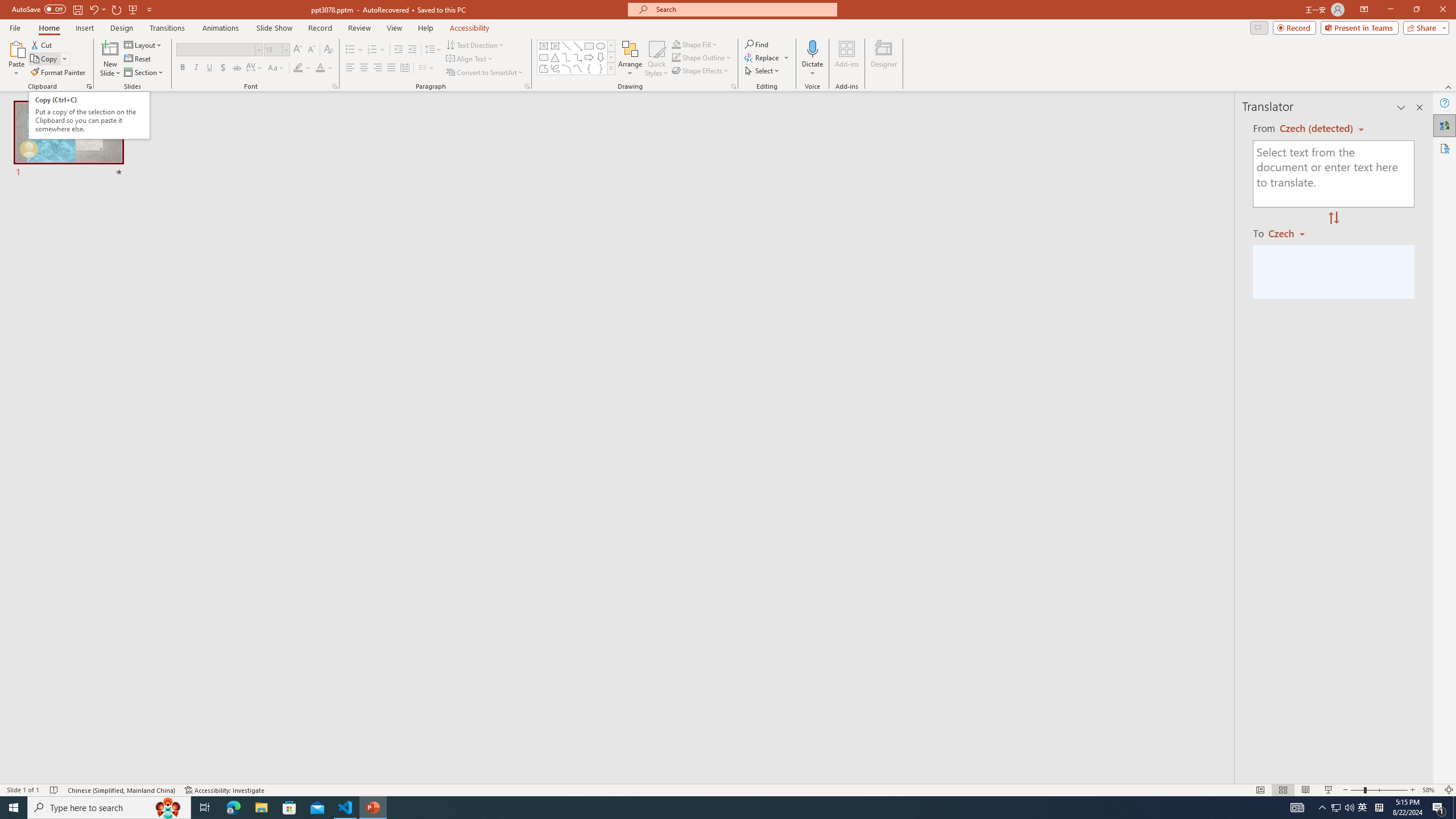 The width and height of the screenshot is (1456, 819). I want to click on 'Align Text', so click(470, 59).